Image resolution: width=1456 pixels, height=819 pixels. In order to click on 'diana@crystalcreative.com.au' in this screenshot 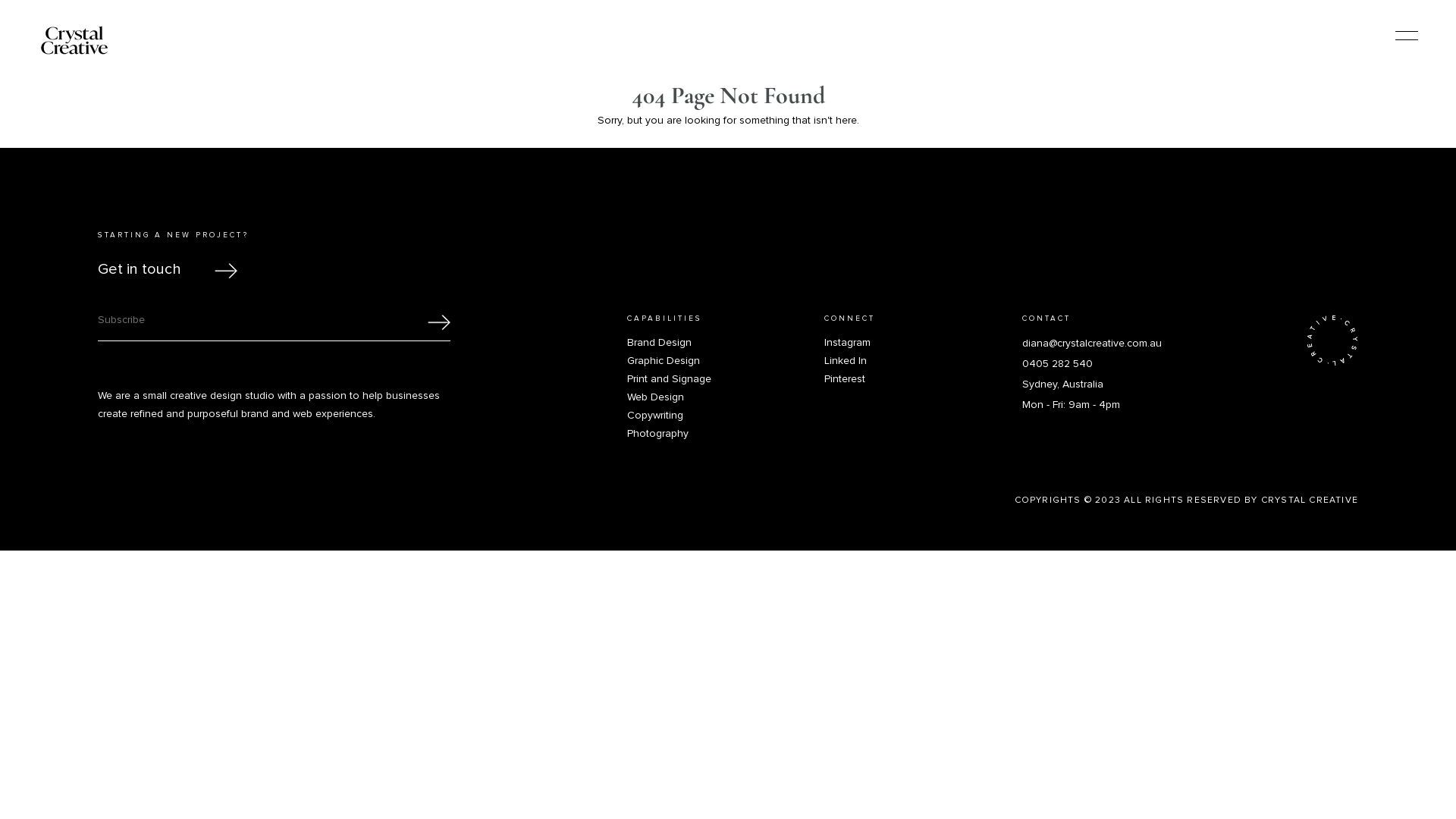, I will do `click(1022, 343)`.